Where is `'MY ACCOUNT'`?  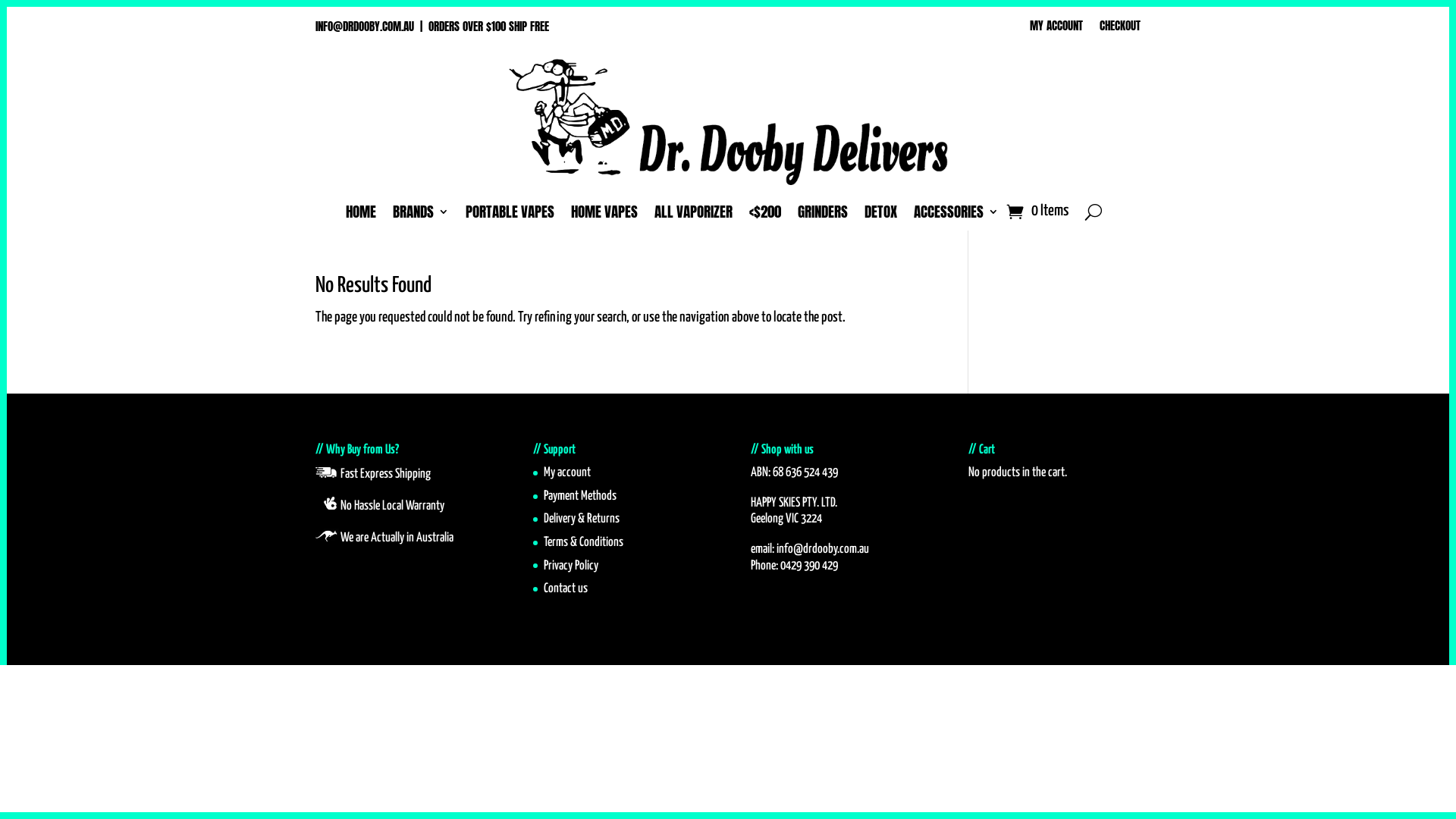 'MY ACCOUNT' is located at coordinates (1055, 29).